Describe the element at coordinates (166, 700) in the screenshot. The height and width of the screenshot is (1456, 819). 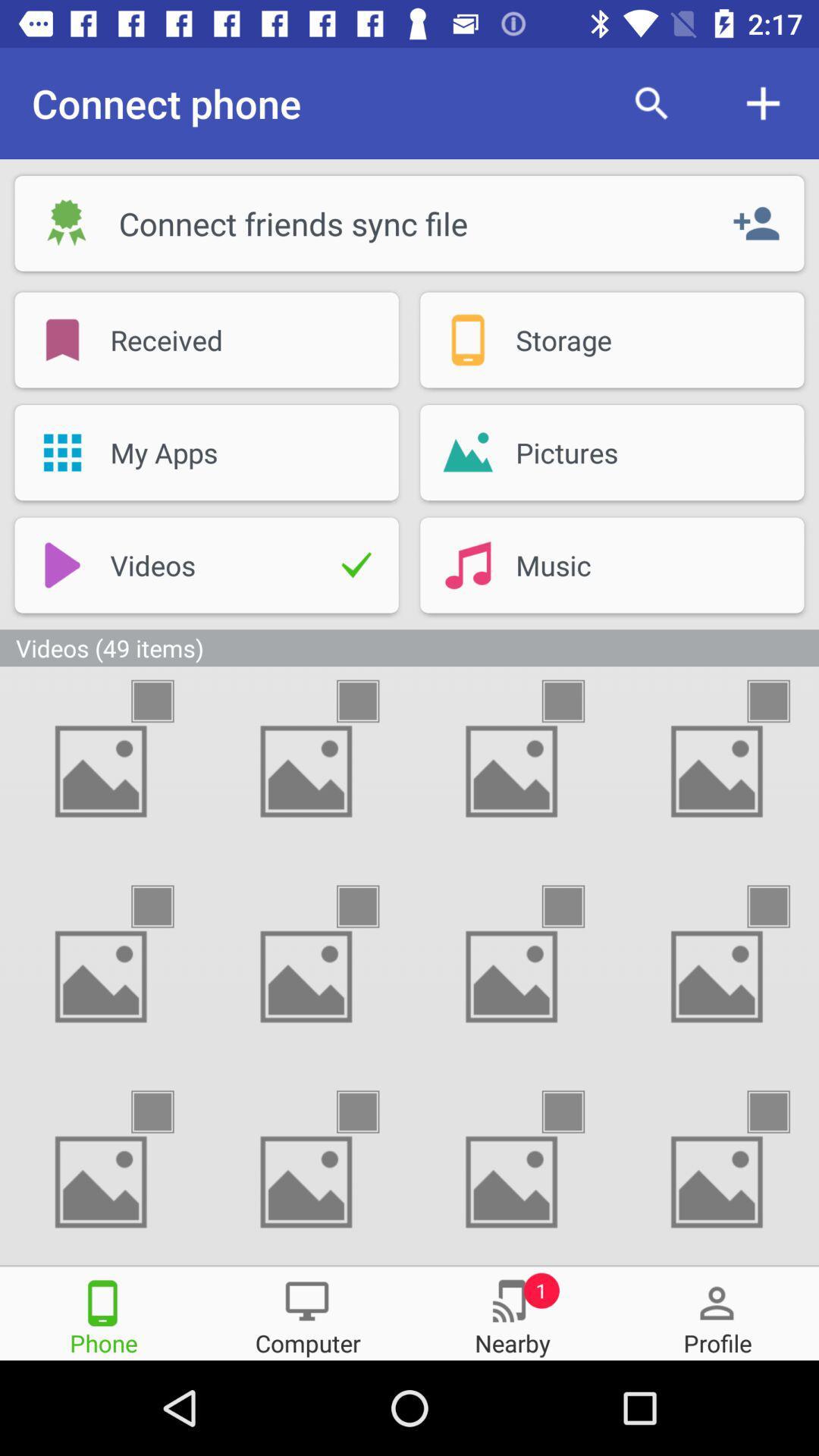
I see `the option` at that location.